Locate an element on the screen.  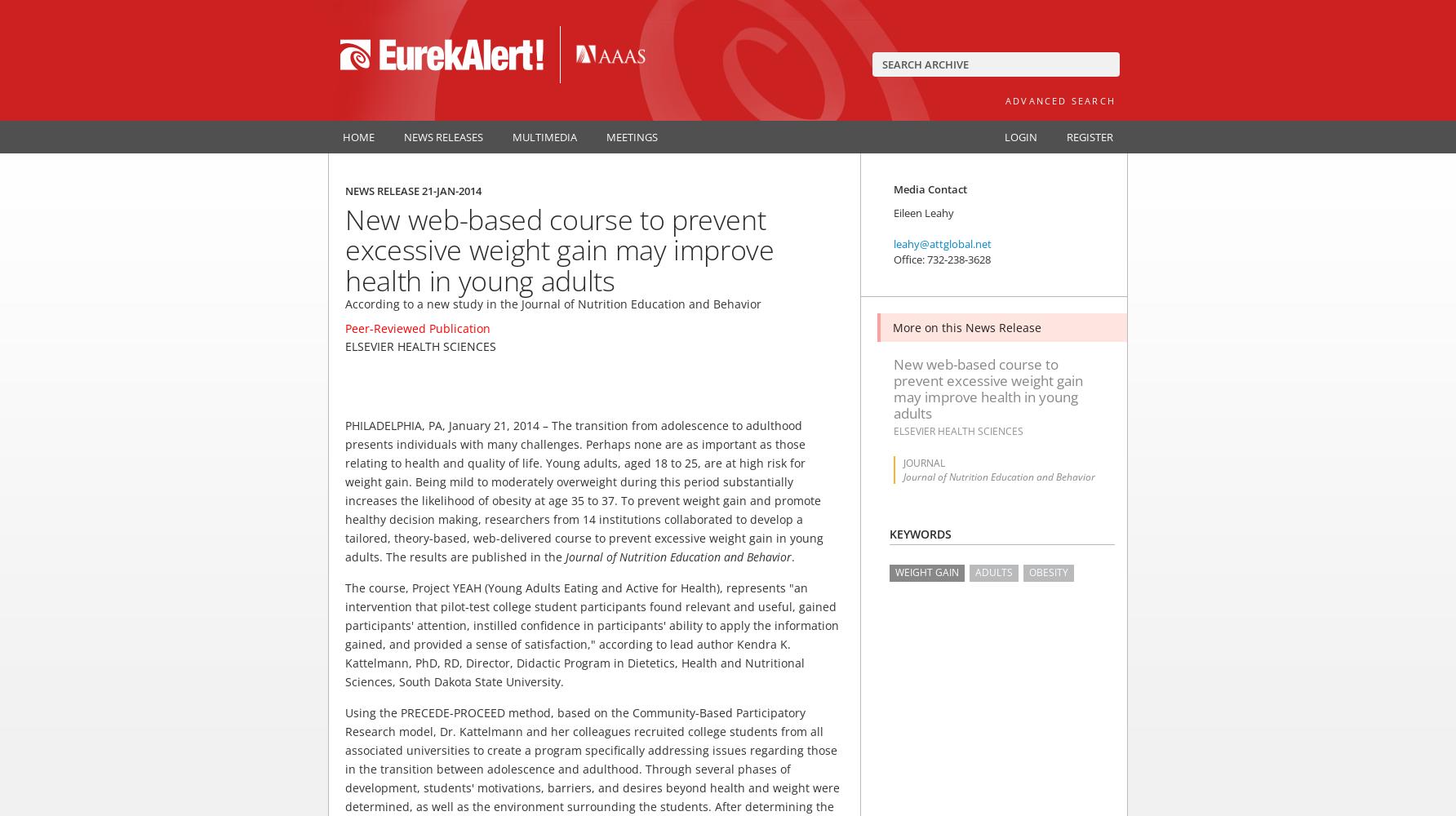
'.' is located at coordinates (792, 557).